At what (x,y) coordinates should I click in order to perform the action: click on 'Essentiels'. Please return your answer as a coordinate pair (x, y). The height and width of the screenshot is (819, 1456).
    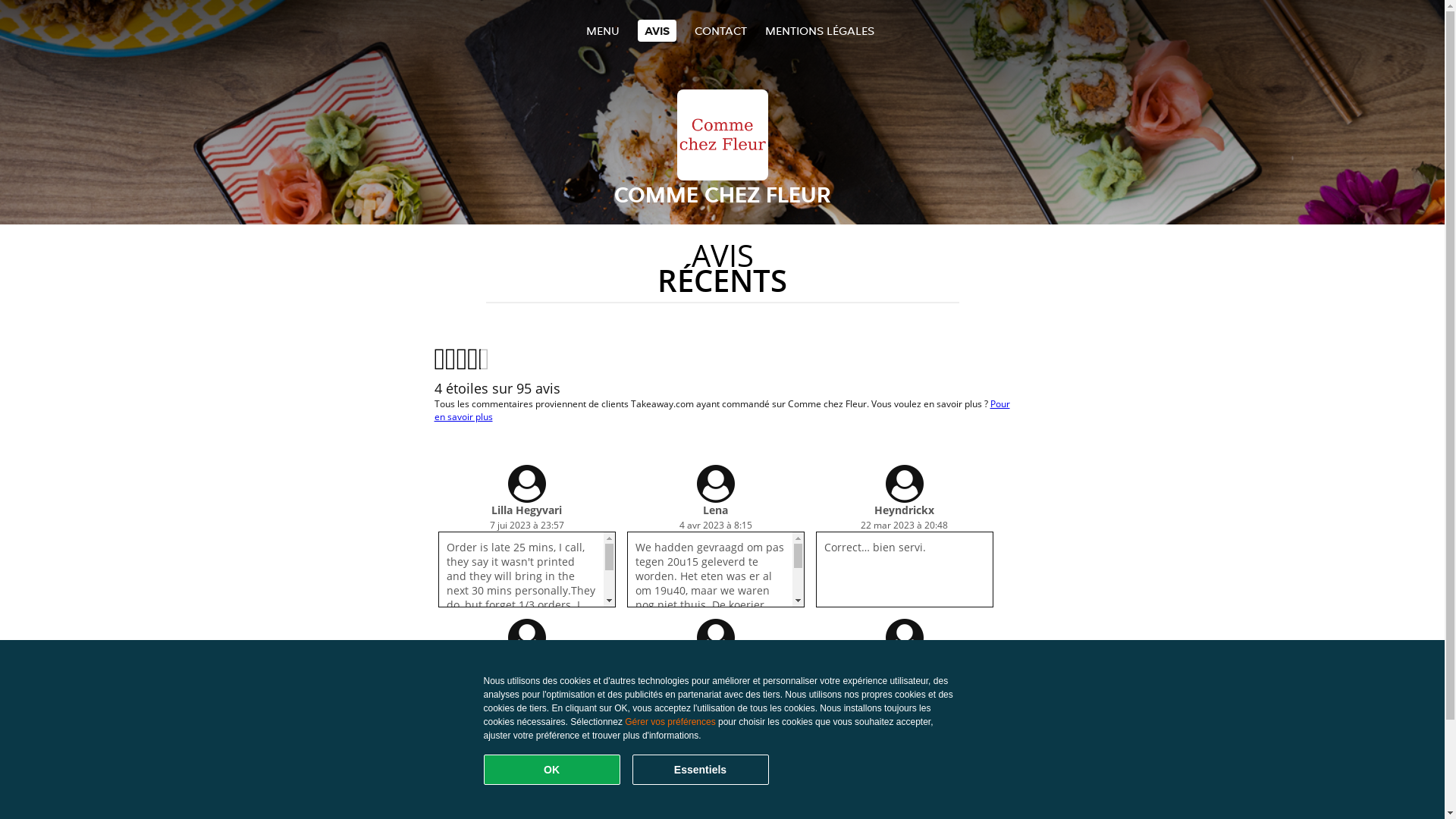
    Looking at the image, I should click on (699, 769).